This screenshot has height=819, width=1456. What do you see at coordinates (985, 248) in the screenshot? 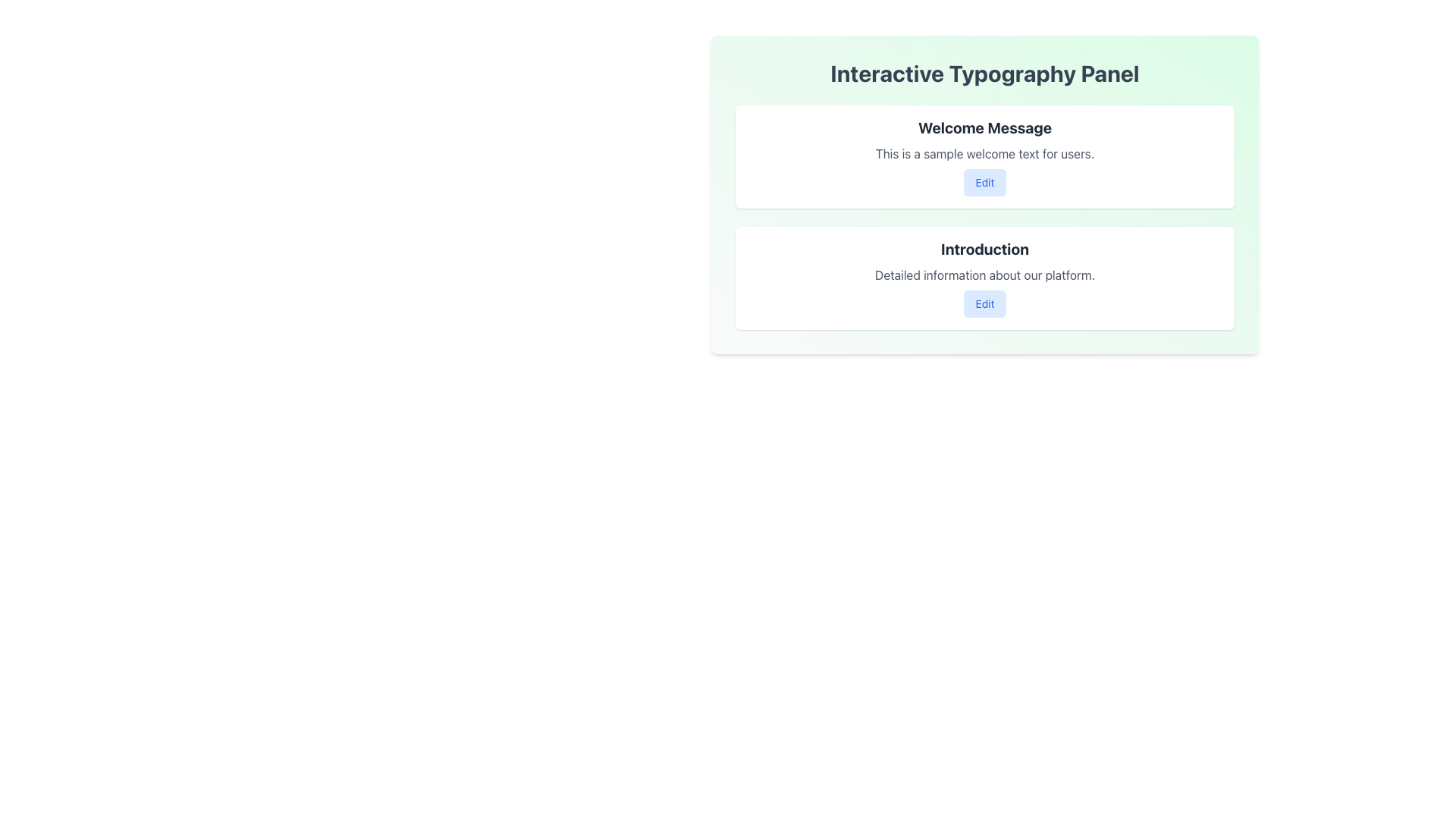
I see `the bold title text element labeled 'Introduction', which is styled with a large font size and black color, positioned centrally in the panel above the description and 'Edit' button` at bounding box center [985, 248].